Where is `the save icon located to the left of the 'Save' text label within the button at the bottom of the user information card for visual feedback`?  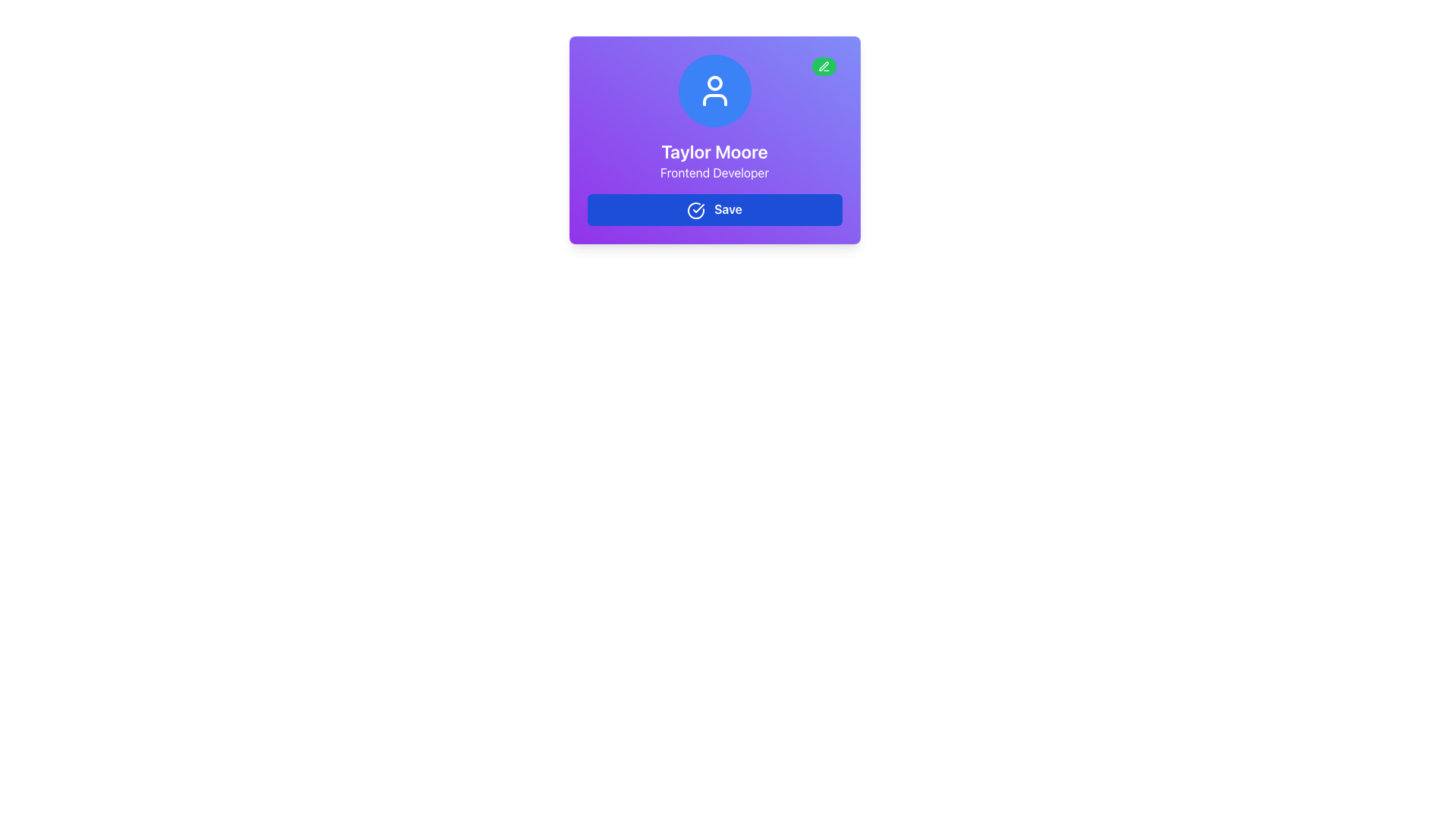 the save icon located to the left of the 'Save' text label within the button at the bottom of the user information card for visual feedback is located at coordinates (695, 210).